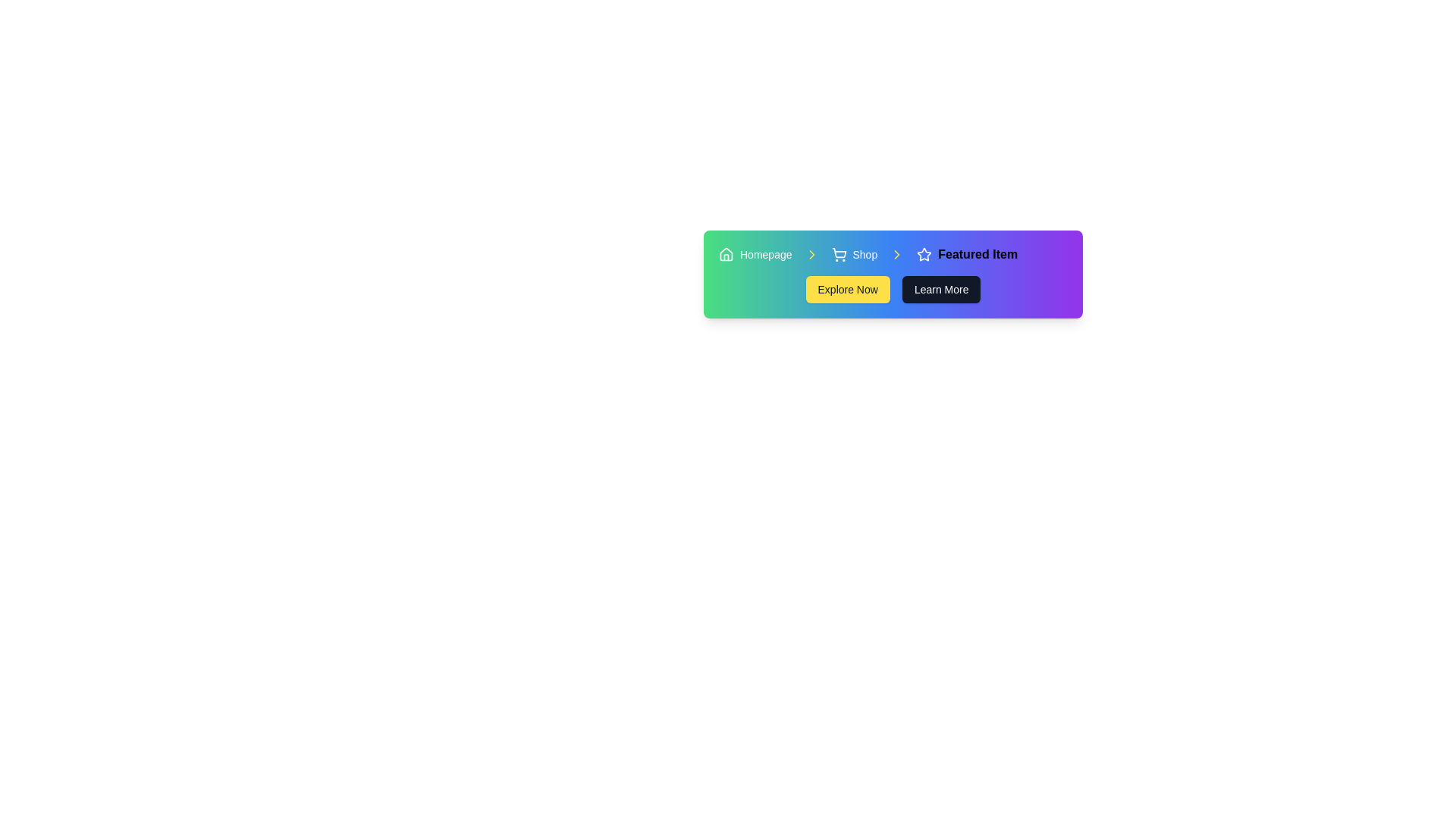 The image size is (1456, 819). I want to click on the 'Homepage' link, which is the first item in the horizontal navigation bar and features a small house icon and white text, so click(755, 253).